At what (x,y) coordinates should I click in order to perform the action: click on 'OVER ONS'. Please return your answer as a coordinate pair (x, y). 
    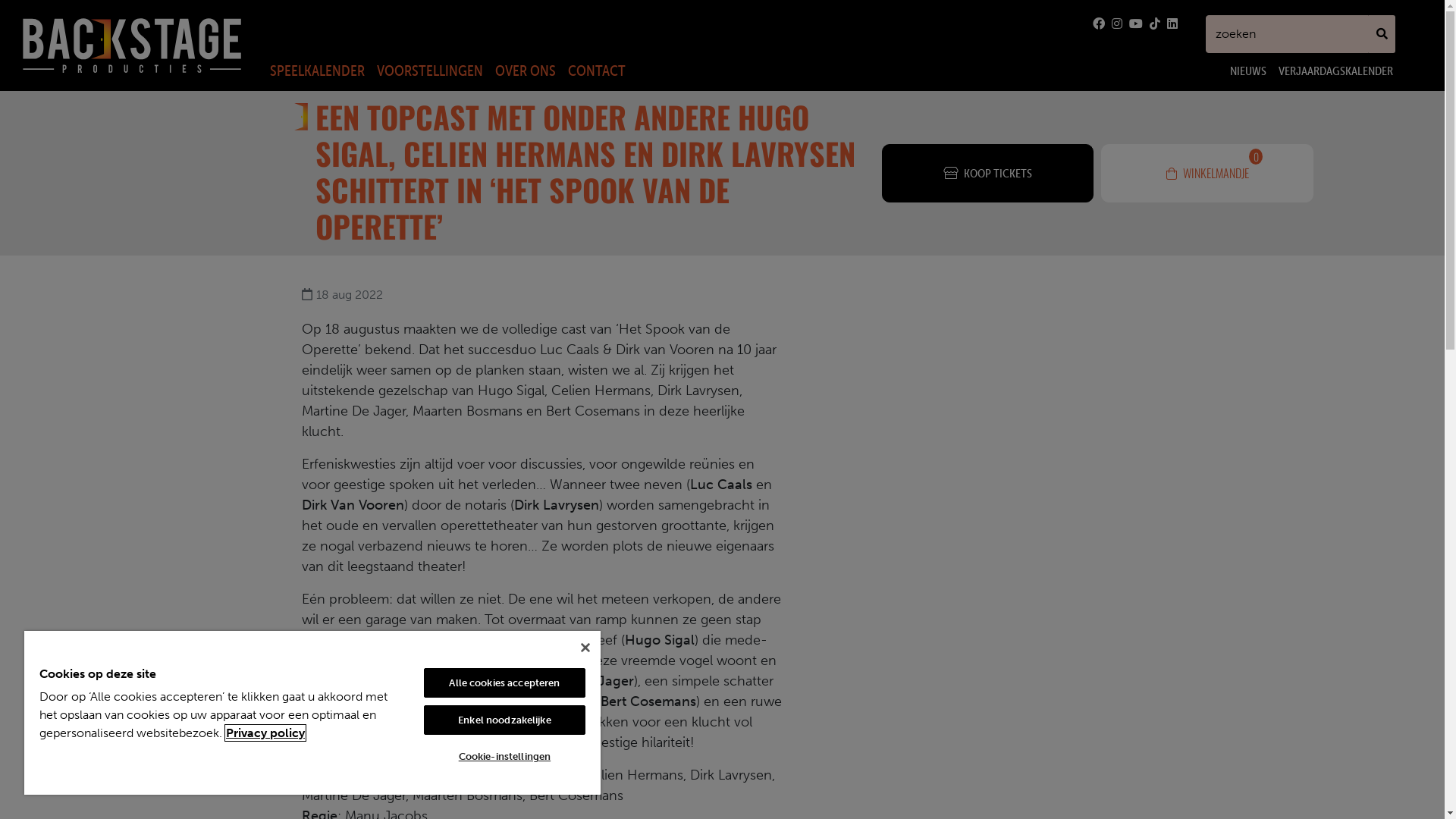
    Looking at the image, I should click on (525, 70).